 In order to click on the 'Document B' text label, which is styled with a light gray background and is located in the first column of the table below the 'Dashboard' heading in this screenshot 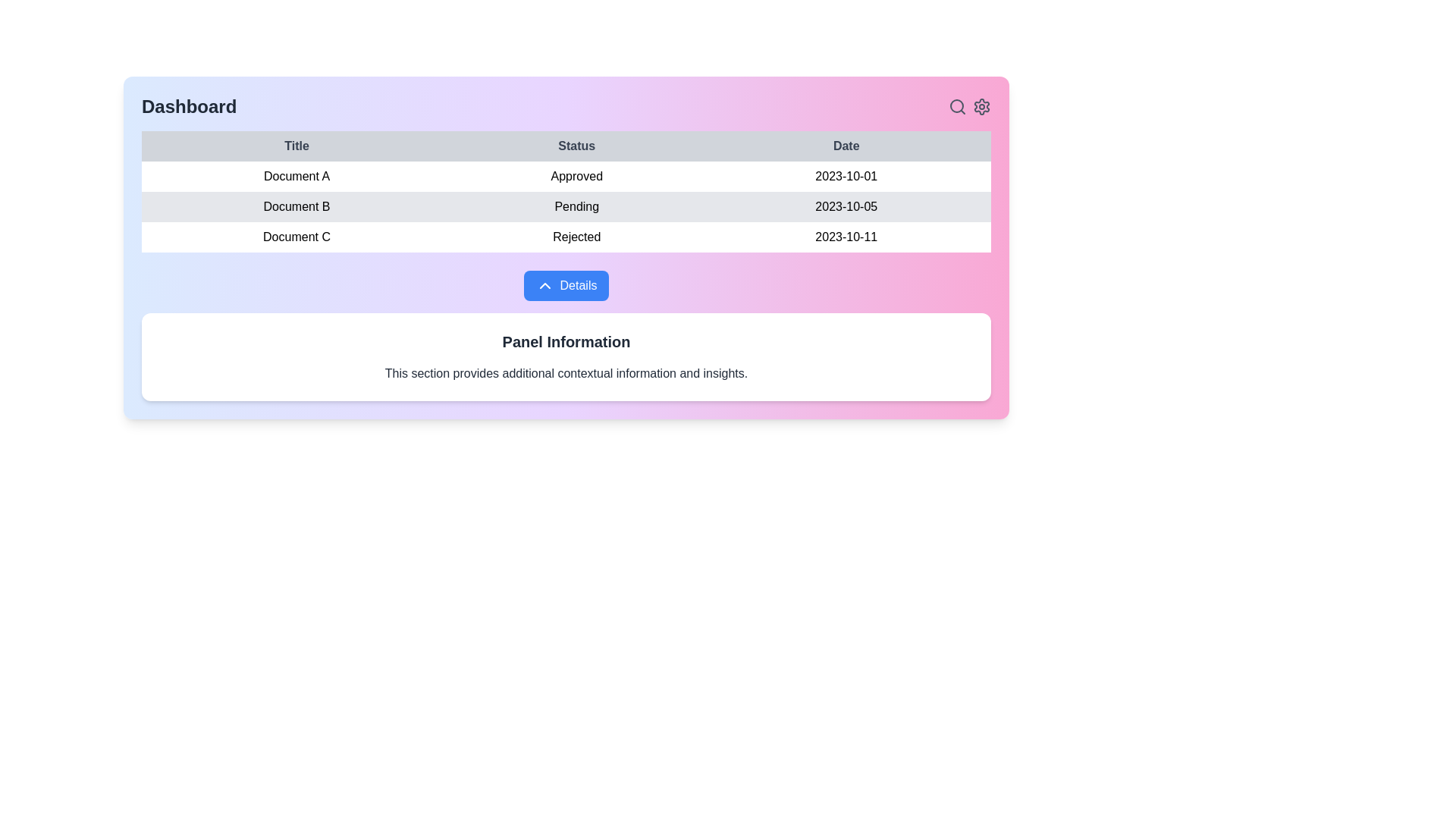, I will do `click(297, 207)`.